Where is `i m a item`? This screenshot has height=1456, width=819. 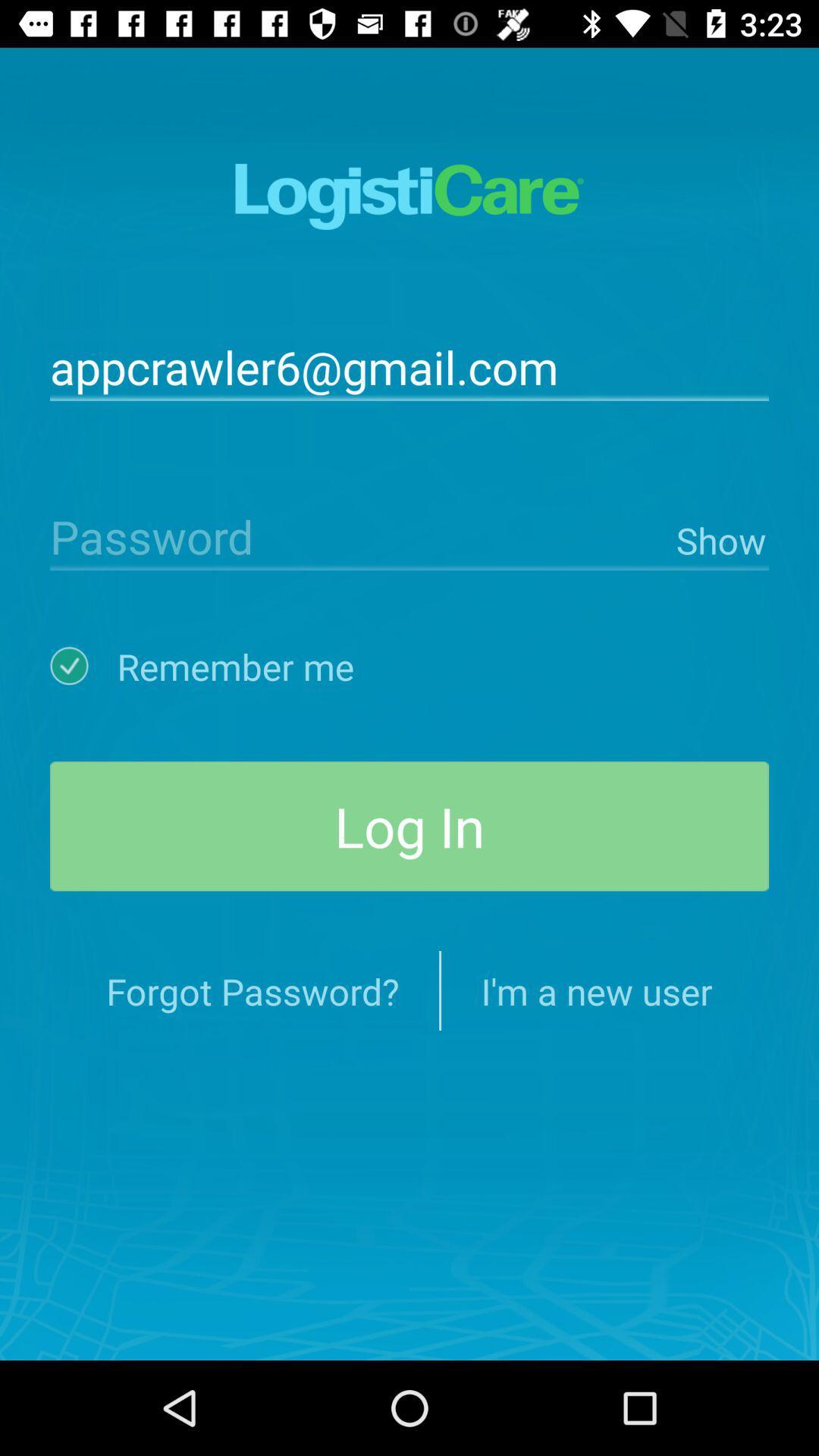 i m a item is located at coordinates (596, 990).